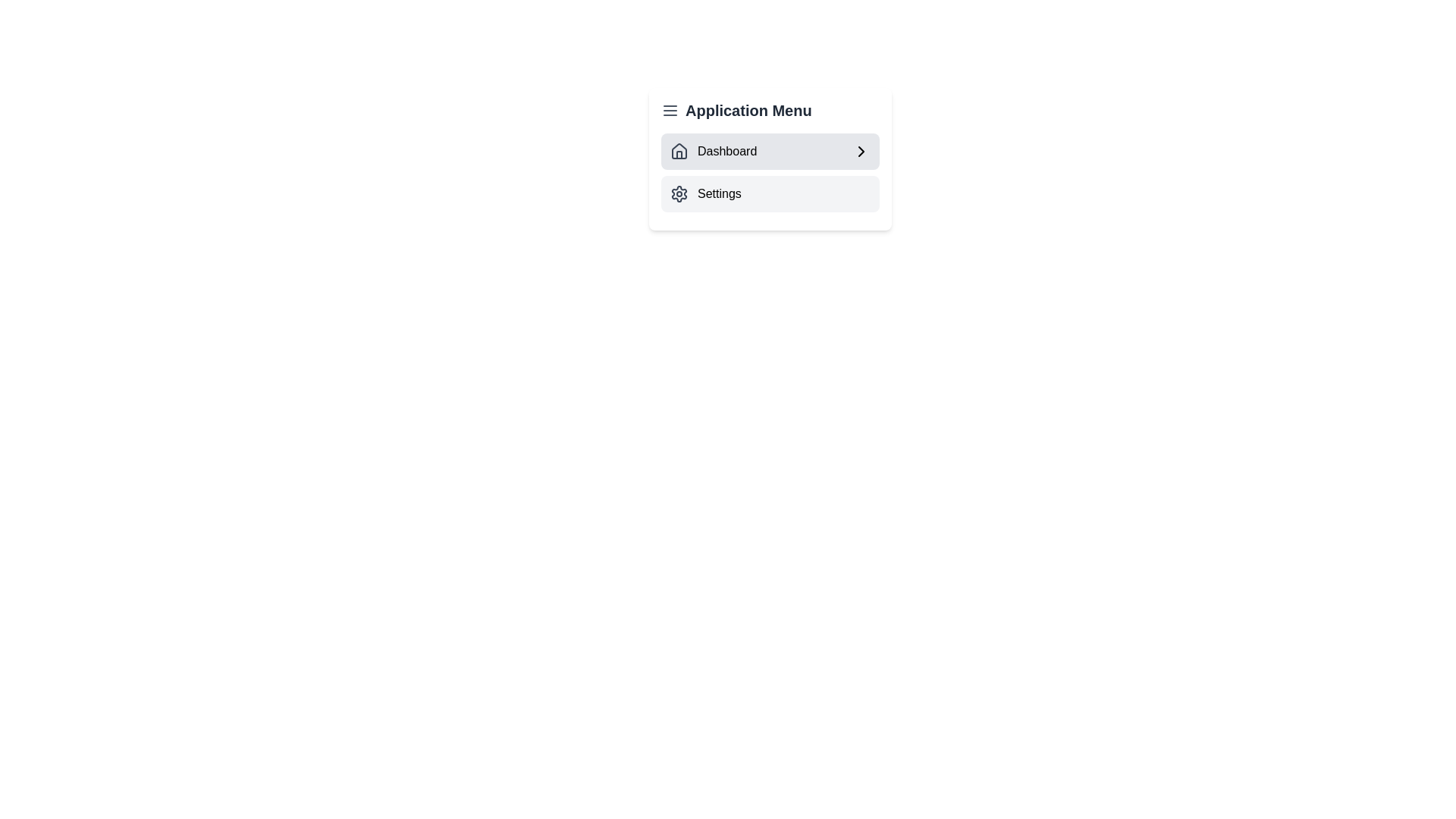 This screenshot has height=819, width=1456. What do you see at coordinates (713, 152) in the screenshot?
I see `the 'Dashboard' navigation link element, which is styled with medium font weight and positioned alongside a house icon` at bounding box center [713, 152].